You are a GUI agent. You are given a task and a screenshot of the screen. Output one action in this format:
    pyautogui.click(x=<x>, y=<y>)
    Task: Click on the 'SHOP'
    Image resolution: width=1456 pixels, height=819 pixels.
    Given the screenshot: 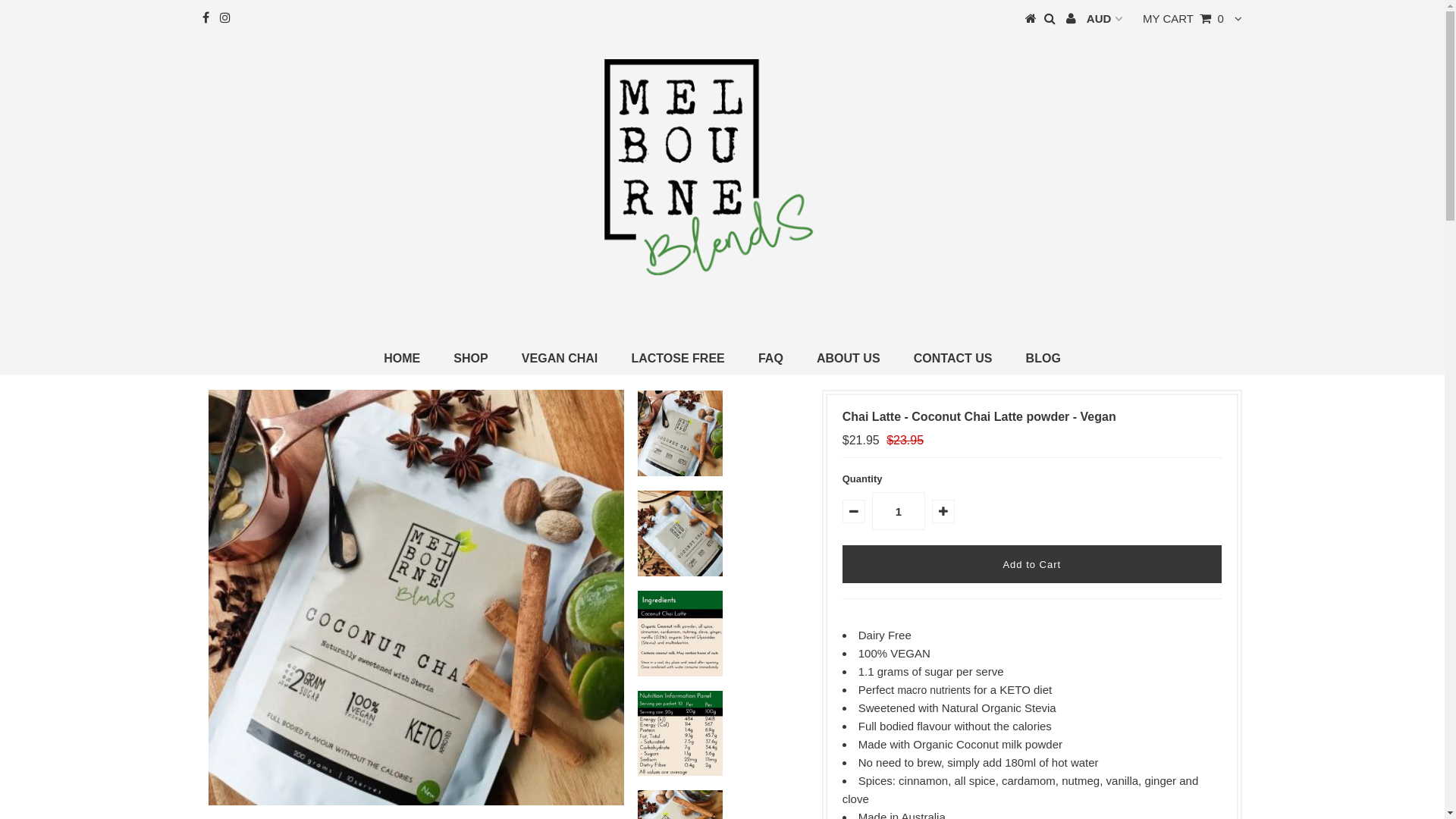 What is the action you would take?
    pyautogui.click(x=469, y=359)
    